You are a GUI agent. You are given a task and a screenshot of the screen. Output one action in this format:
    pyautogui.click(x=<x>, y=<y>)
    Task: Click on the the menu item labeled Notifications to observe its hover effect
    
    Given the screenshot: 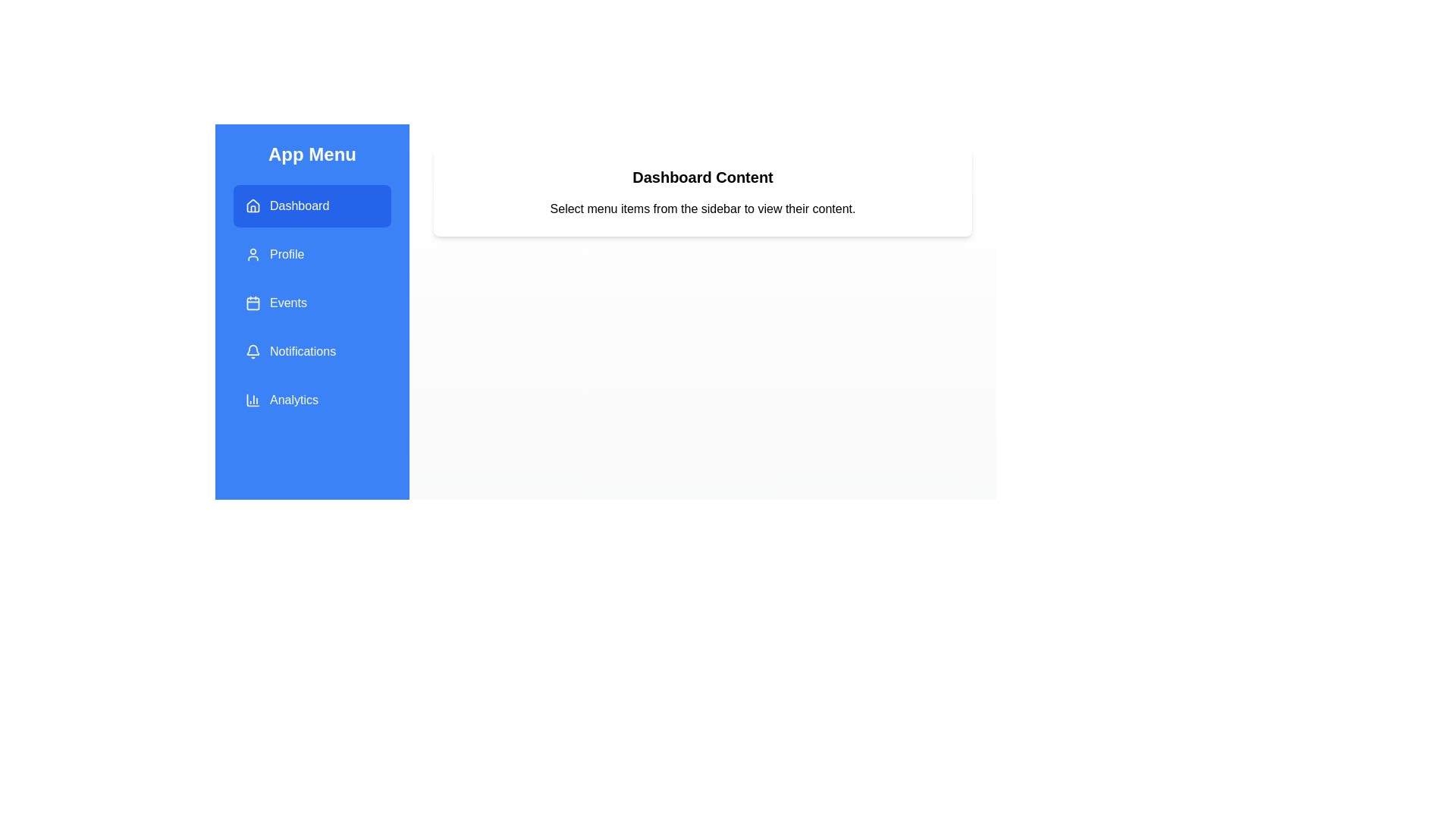 What is the action you would take?
    pyautogui.click(x=312, y=351)
    